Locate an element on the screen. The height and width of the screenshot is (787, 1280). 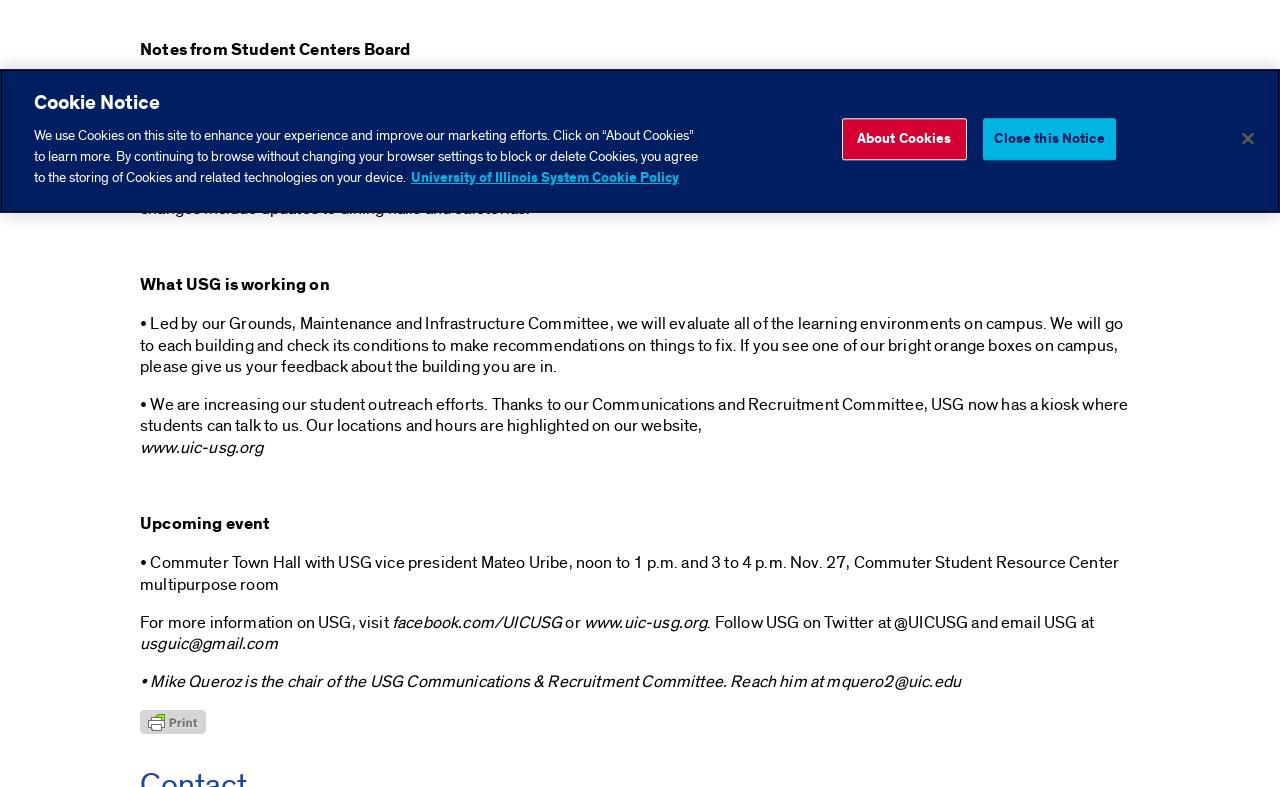
'• We are increasing our student outreach efforts. Thanks to our Communications and Recruitment Committee, USG now has a kiosk where students can talk to us. Our locations and hours are highlighted on our website,' is located at coordinates (632, 414).